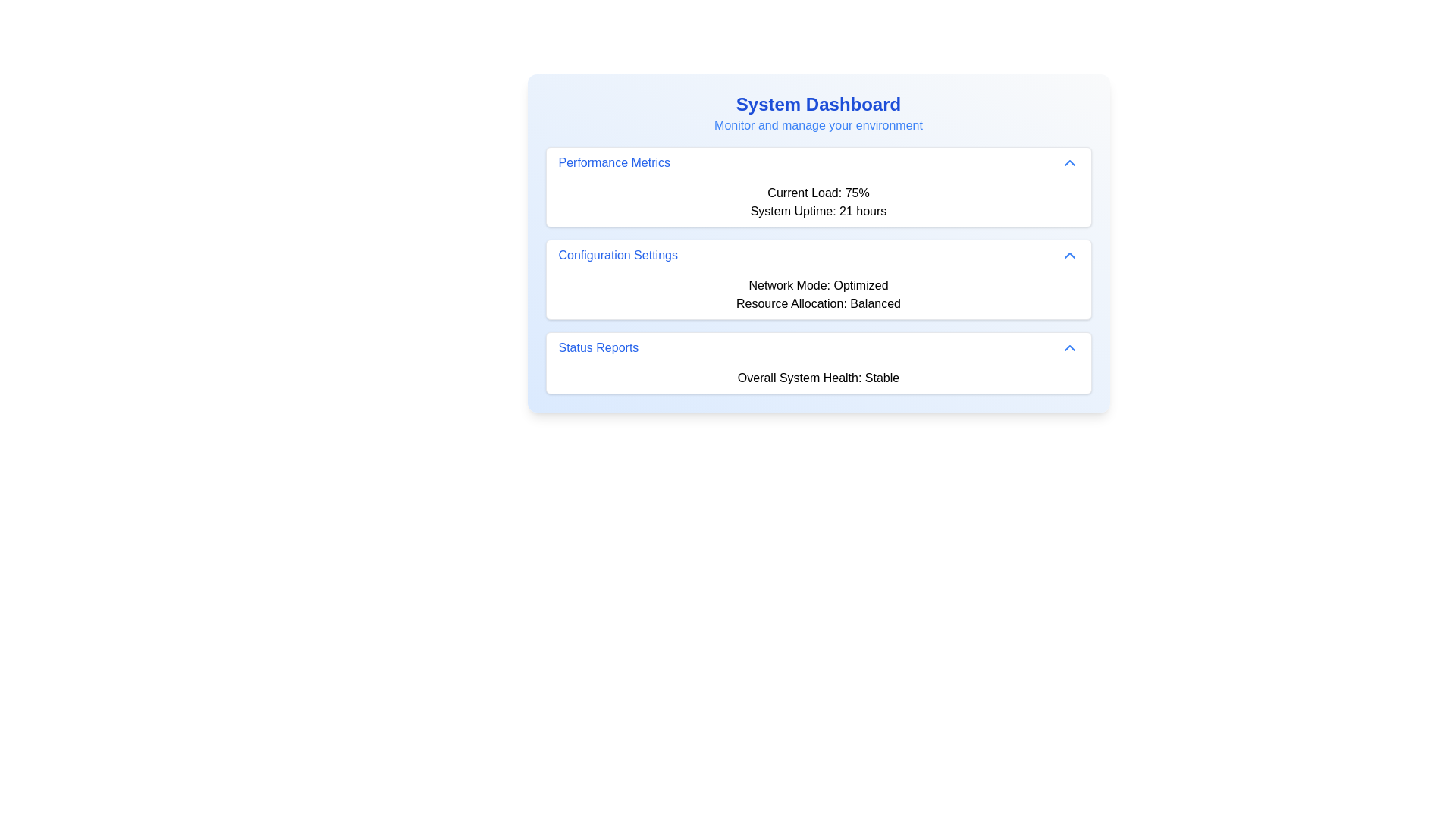 This screenshot has height=819, width=1456. What do you see at coordinates (1068, 163) in the screenshot?
I see `the blue upward-pointing chevron icon located on the right side of the 'Performance Metrics' header` at bounding box center [1068, 163].